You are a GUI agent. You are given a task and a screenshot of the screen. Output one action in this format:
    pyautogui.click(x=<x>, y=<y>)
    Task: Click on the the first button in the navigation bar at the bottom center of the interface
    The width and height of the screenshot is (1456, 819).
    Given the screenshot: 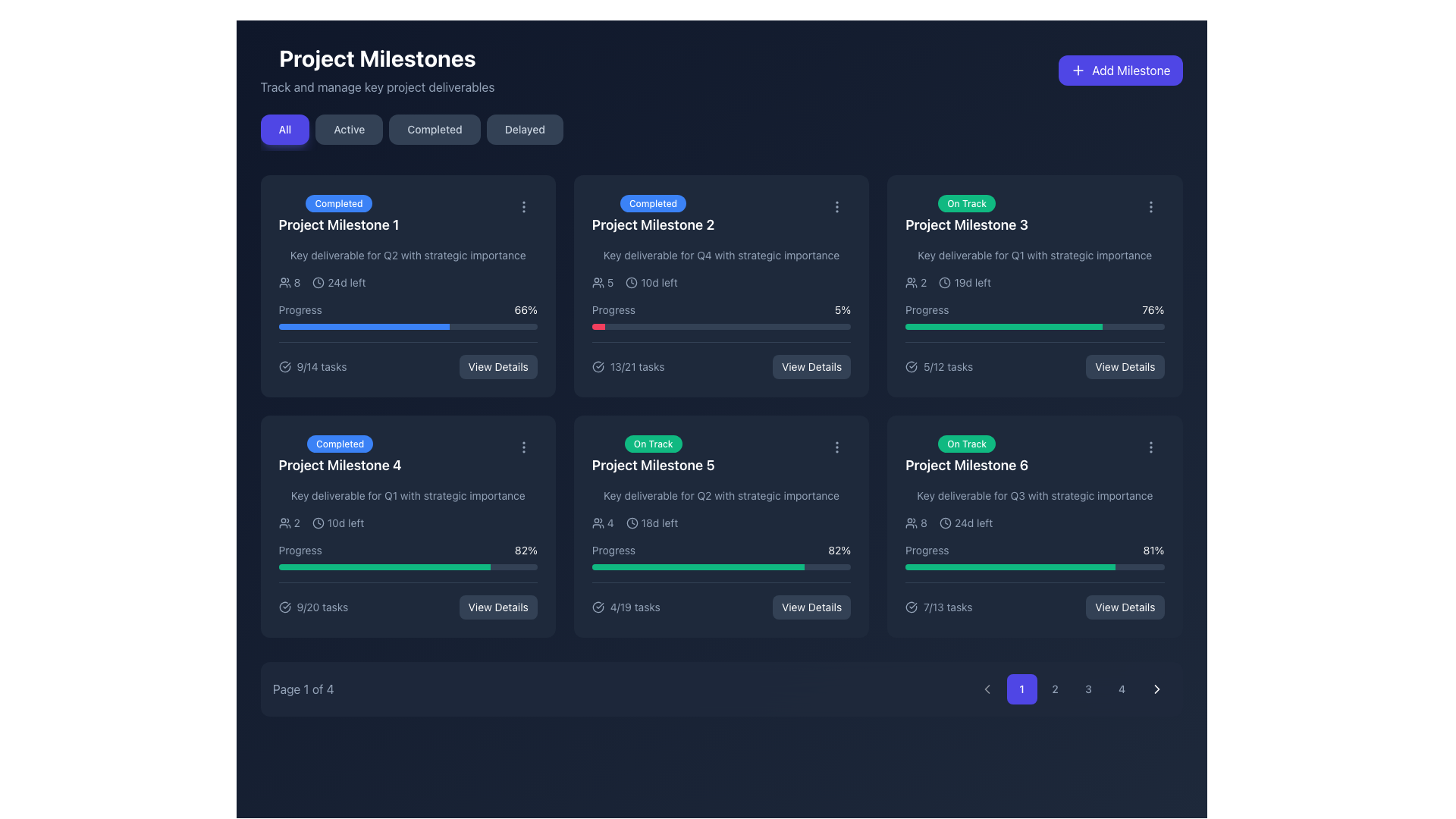 What is the action you would take?
    pyautogui.click(x=1021, y=689)
    